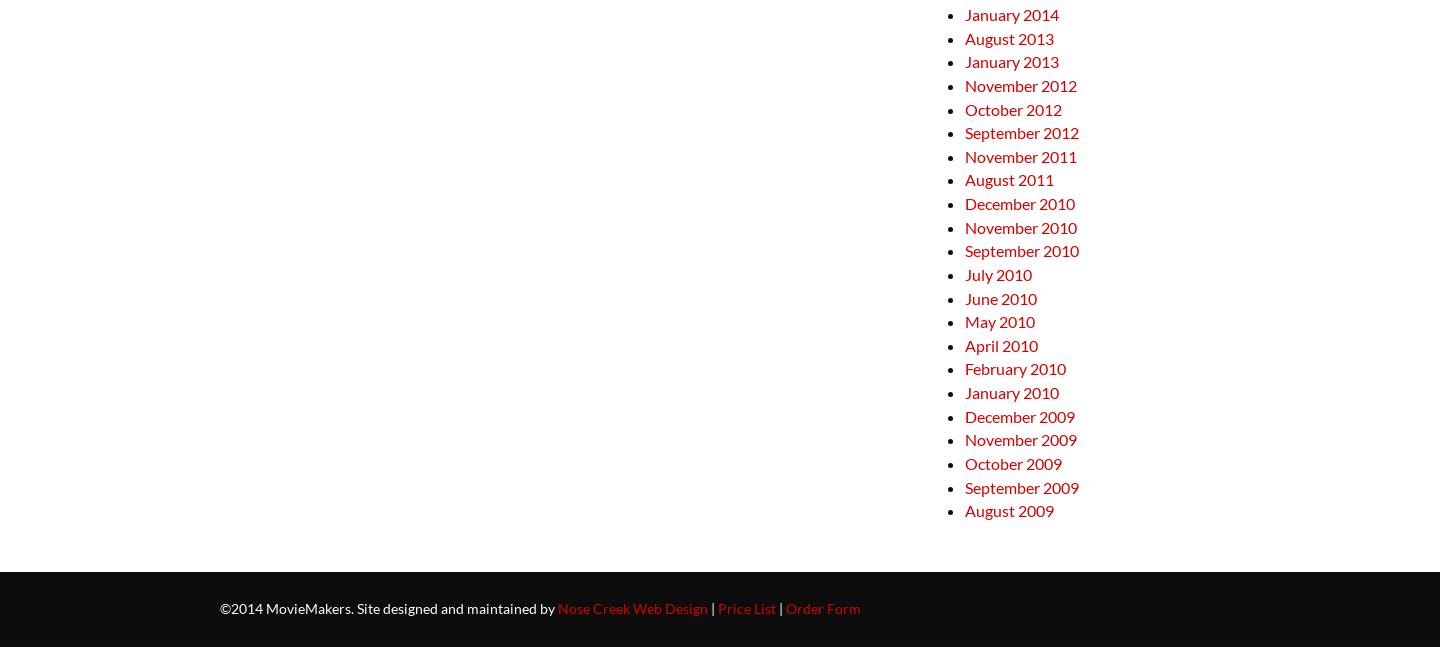  I want to click on 'January 2014', so click(1011, 13).